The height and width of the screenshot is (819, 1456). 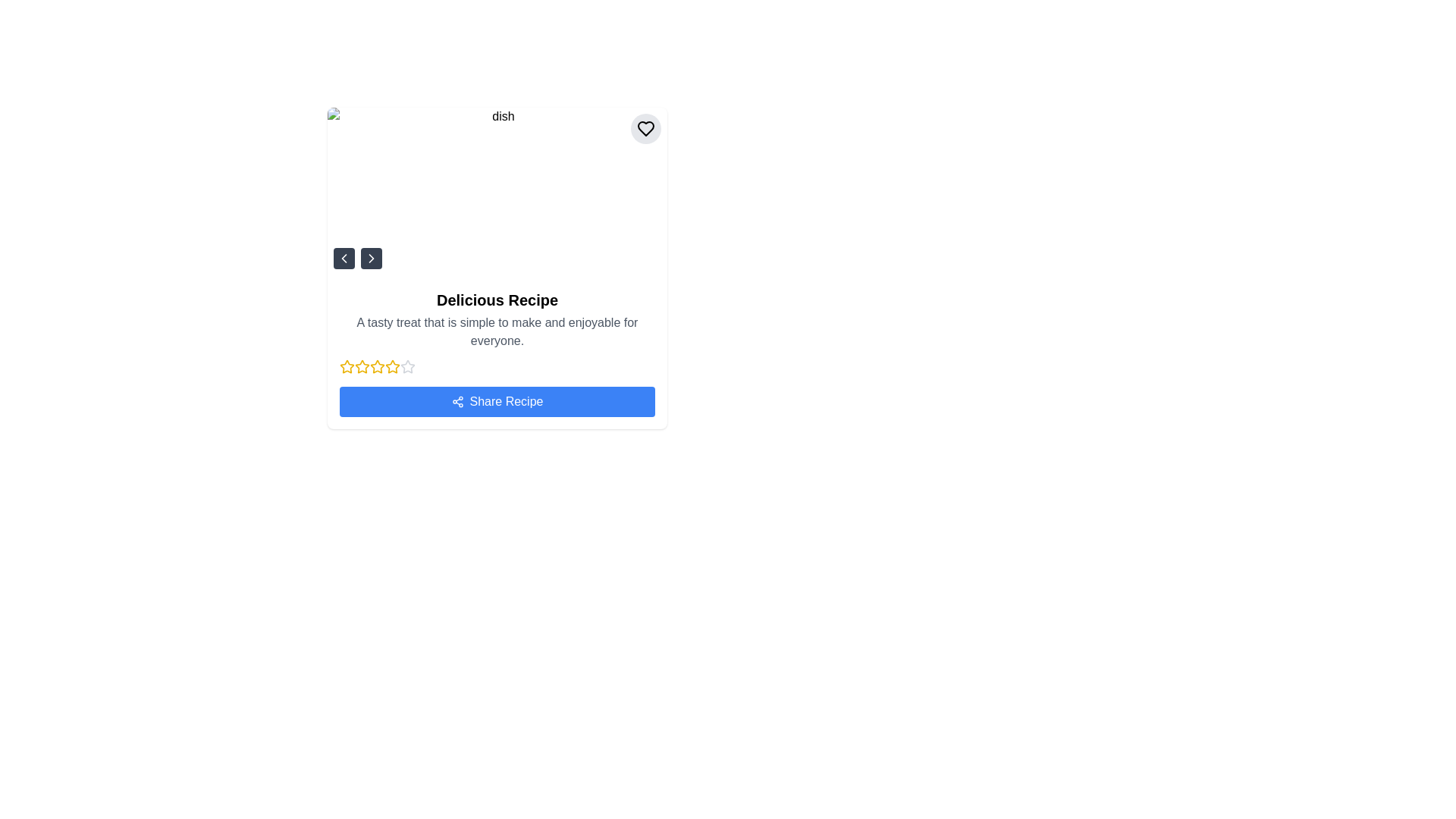 I want to click on the star icon in the rating system located beneath the recipe description, so click(x=346, y=366).